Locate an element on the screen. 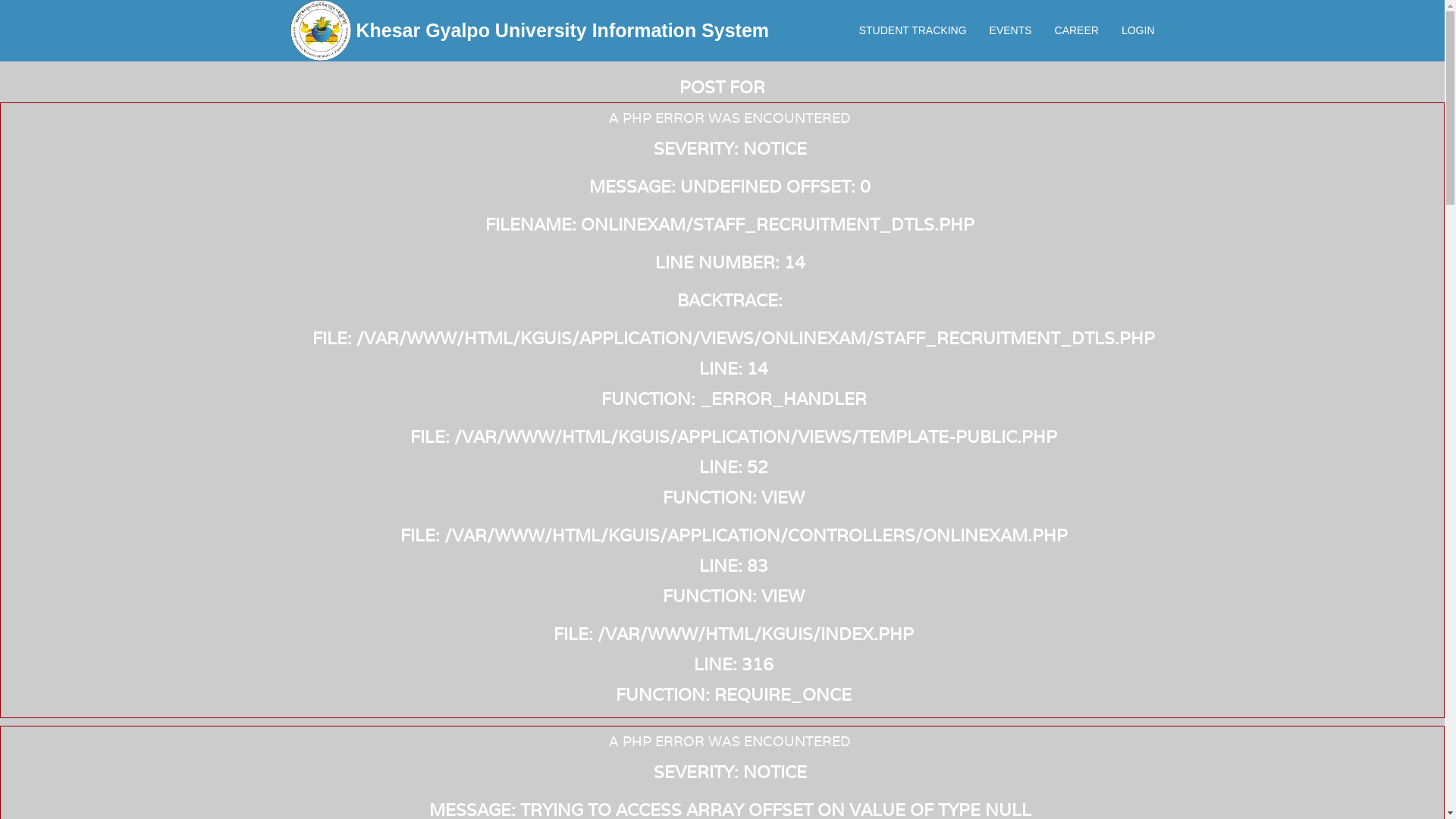 Image resolution: width=1456 pixels, height=819 pixels. 'STUDENT TRACKING' is located at coordinates (847, 30).